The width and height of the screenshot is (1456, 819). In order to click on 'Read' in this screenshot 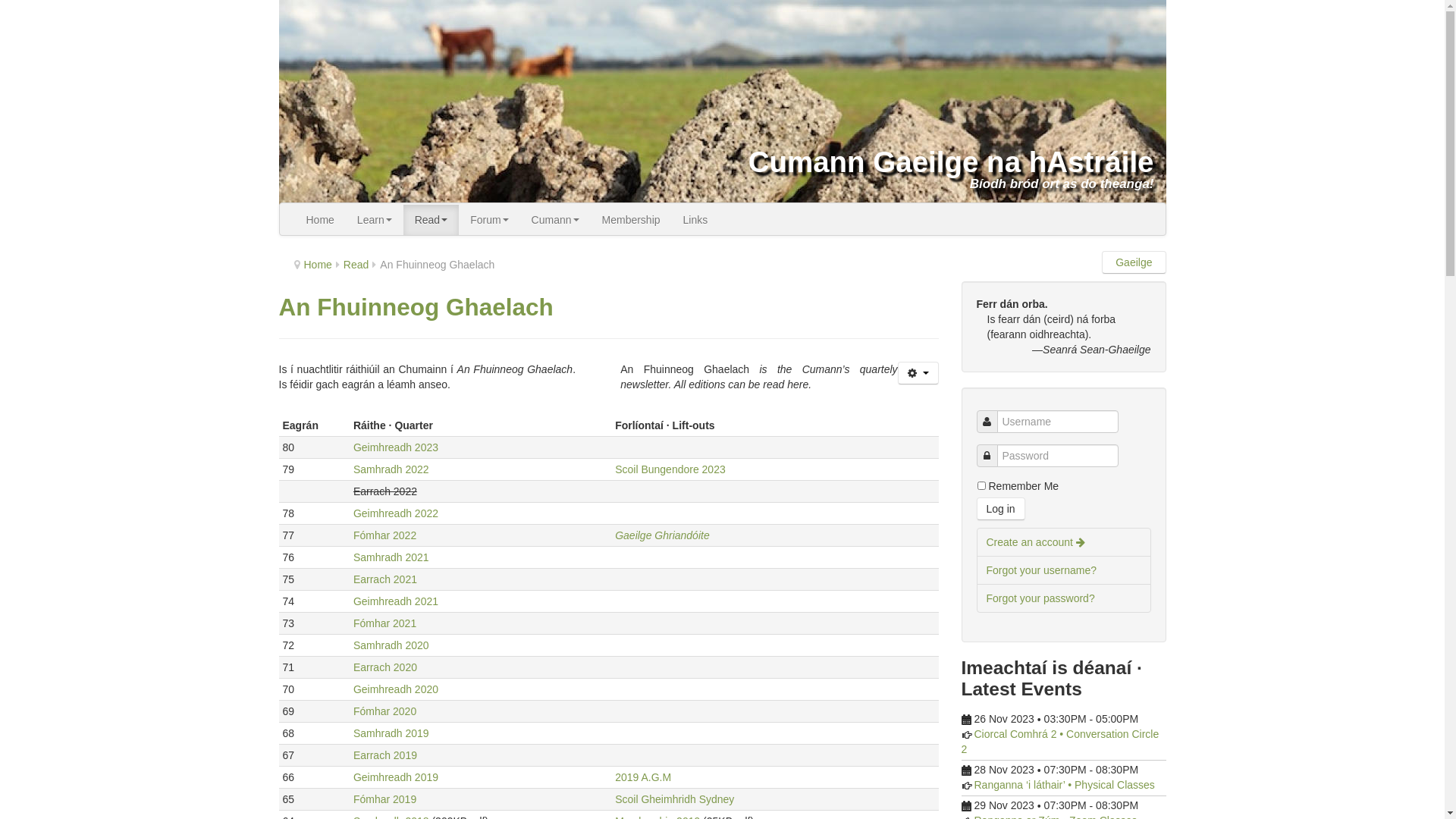, I will do `click(430, 219)`.